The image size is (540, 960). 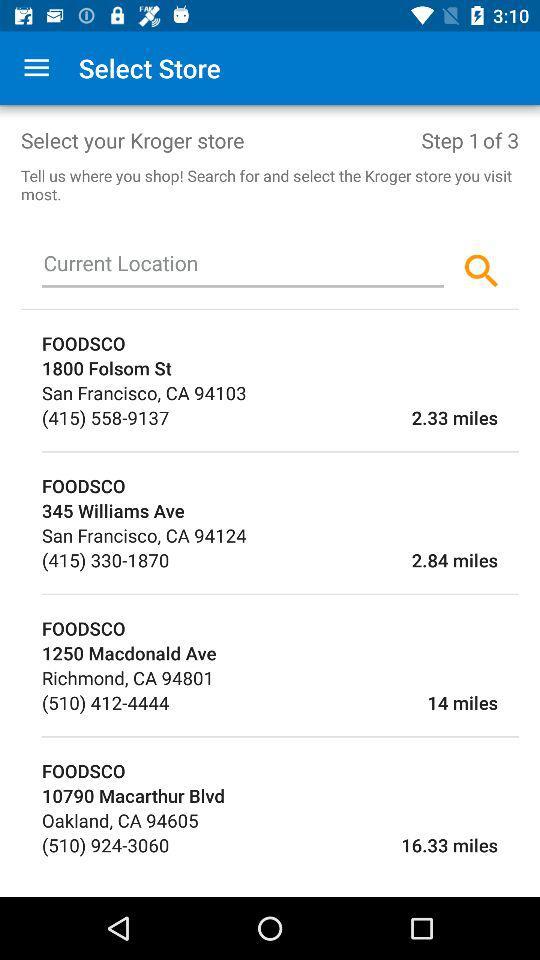 What do you see at coordinates (279, 451) in the screenshot?
I see `the item above the foodsco item` at bounding box center [279, 451].